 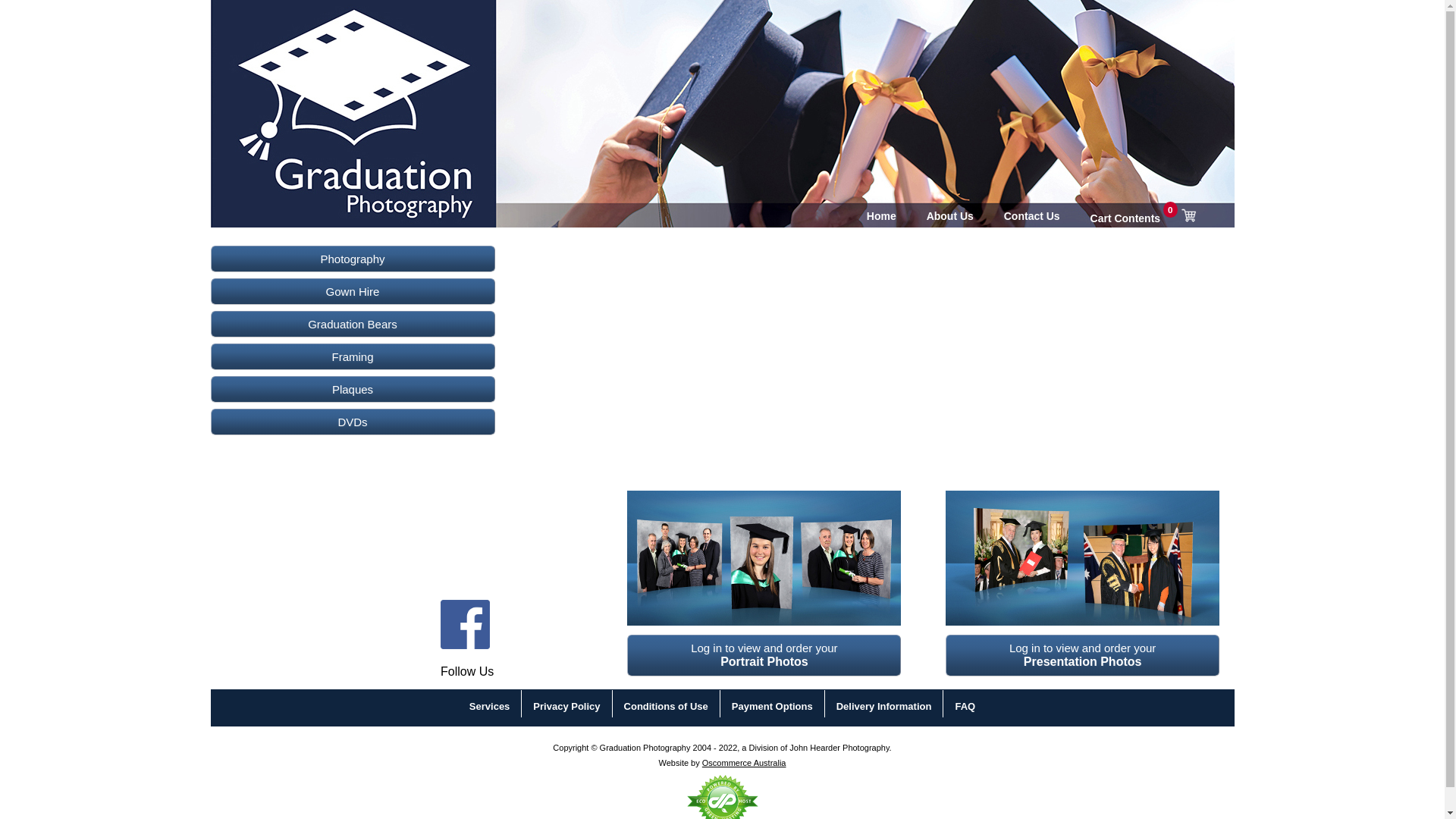 What do you see at coordinates (836, 706) in the screenshot?
I see `'Delivery Information'` at bounding box center [836, 706].